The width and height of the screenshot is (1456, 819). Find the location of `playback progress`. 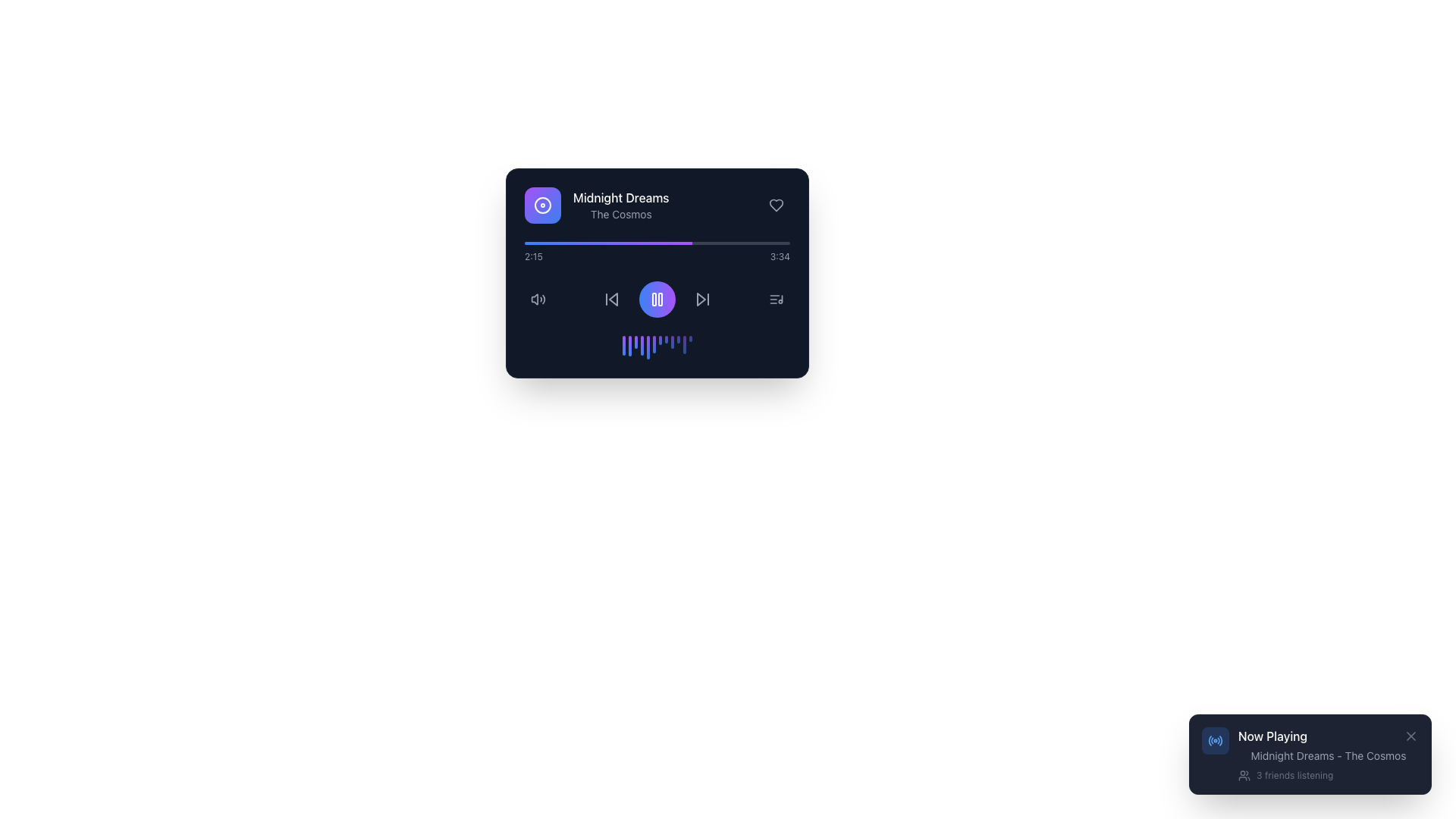

playback progress is located at coordinates (551, 242).